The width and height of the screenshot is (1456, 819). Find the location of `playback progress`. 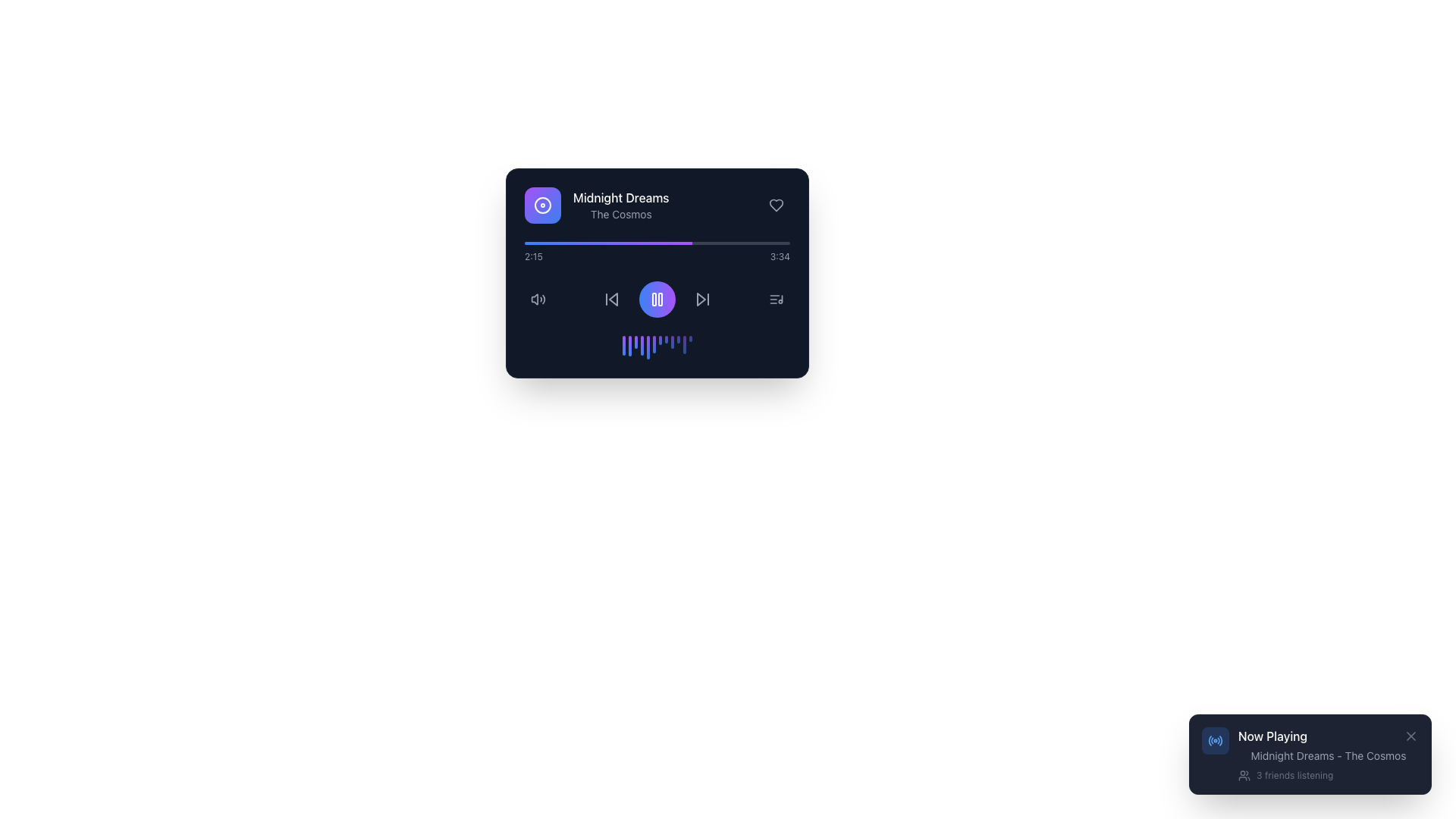

playback progress is located at coordinates (551, 242).